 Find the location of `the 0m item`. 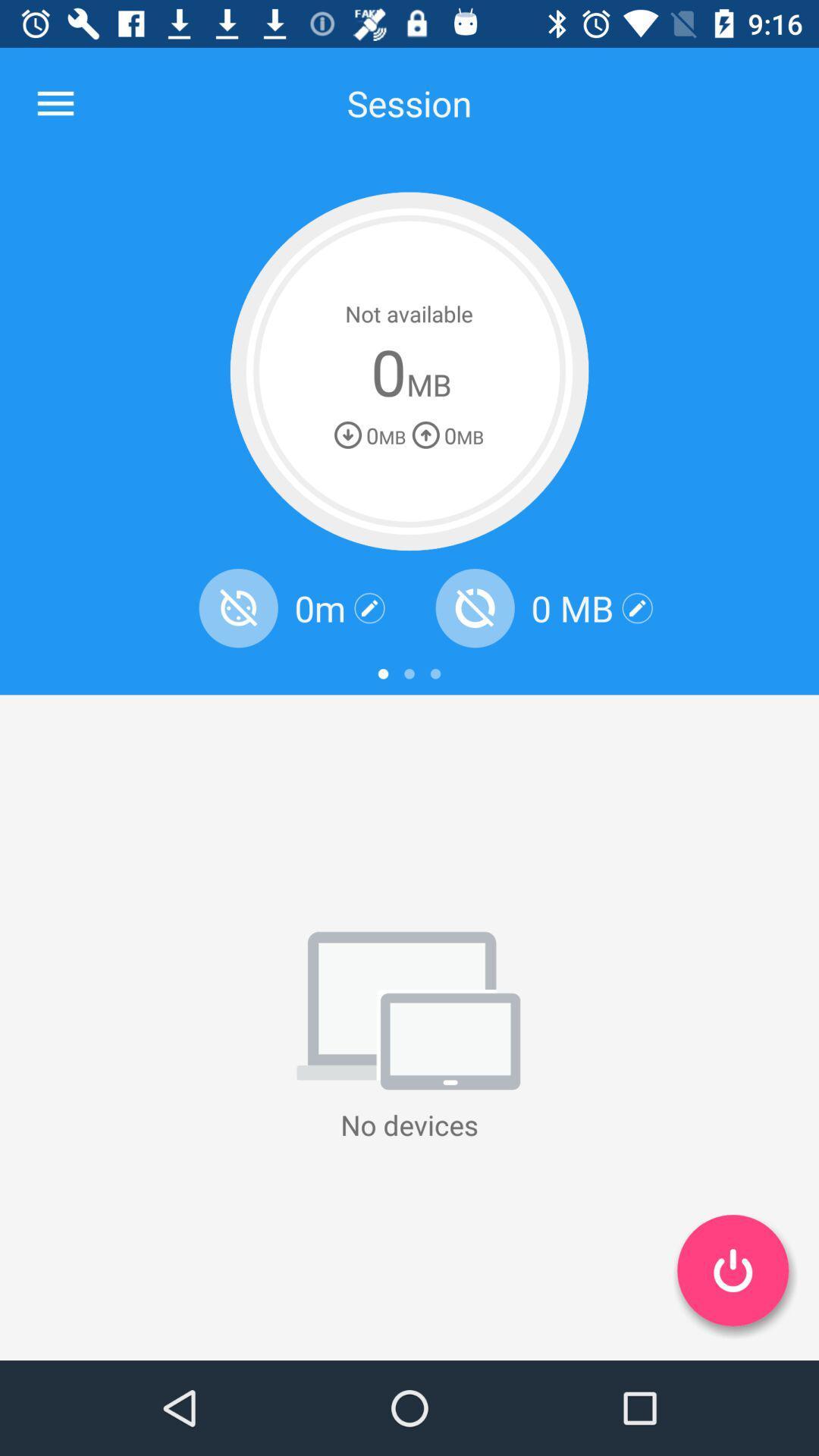

the 0m item is located at coordinates (319, 608).